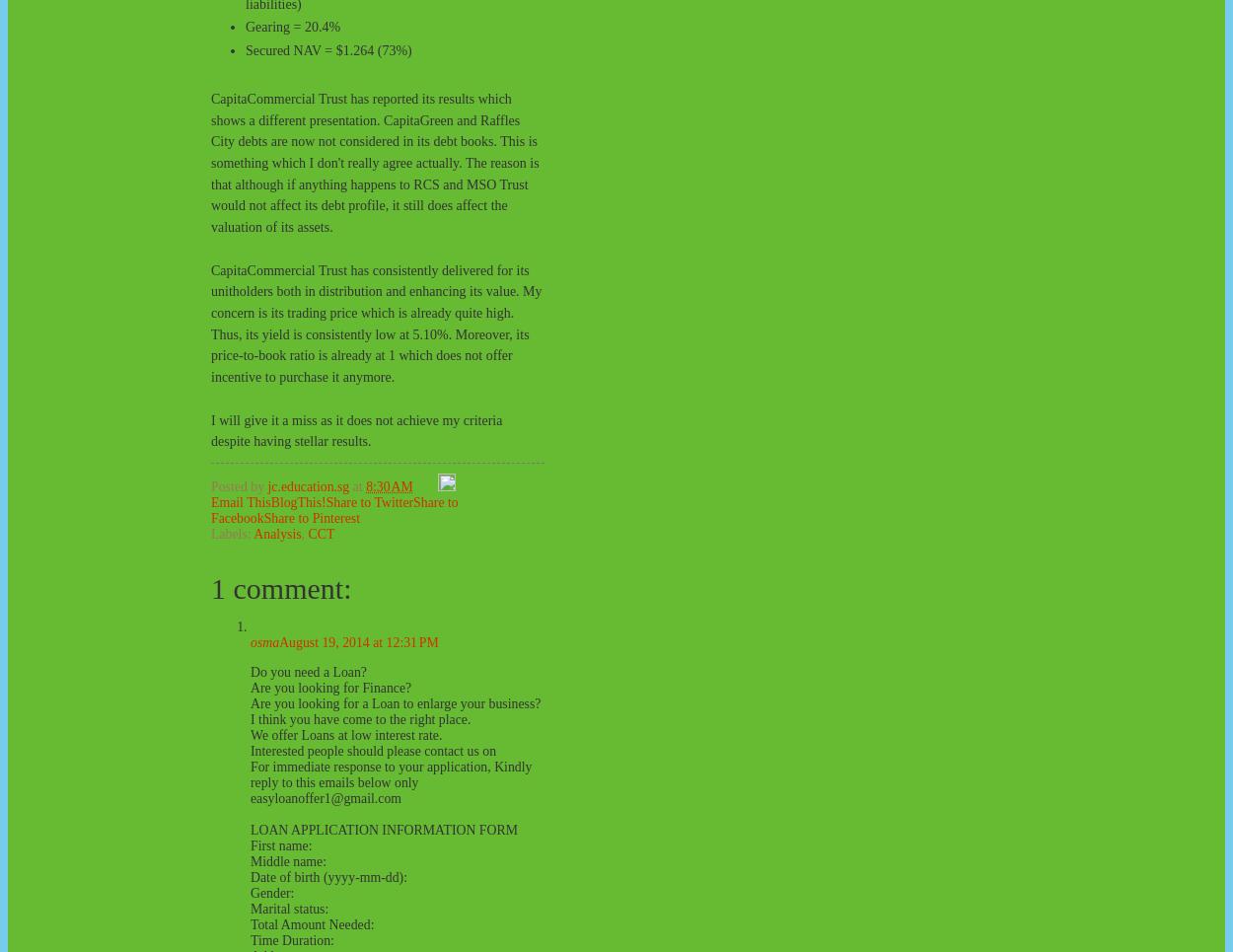 This screenshot has height=952, width=1233. Describe the element at coordinates (359, 718) in the screenshot. I see `'I think you have come to the right place.'` at that location.